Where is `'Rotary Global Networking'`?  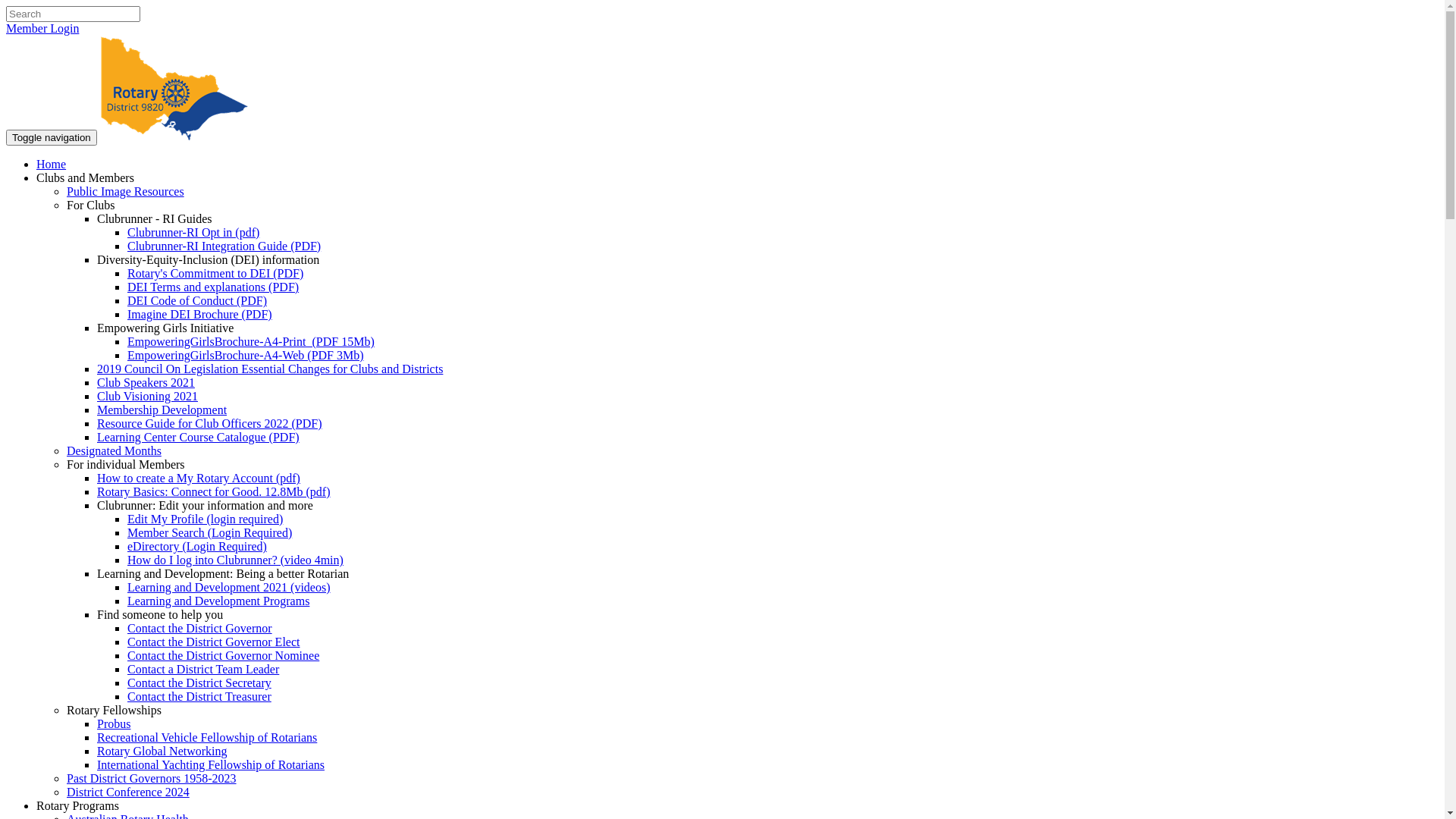 'Rotary Global Networking' is located at coordinates (96, 751).